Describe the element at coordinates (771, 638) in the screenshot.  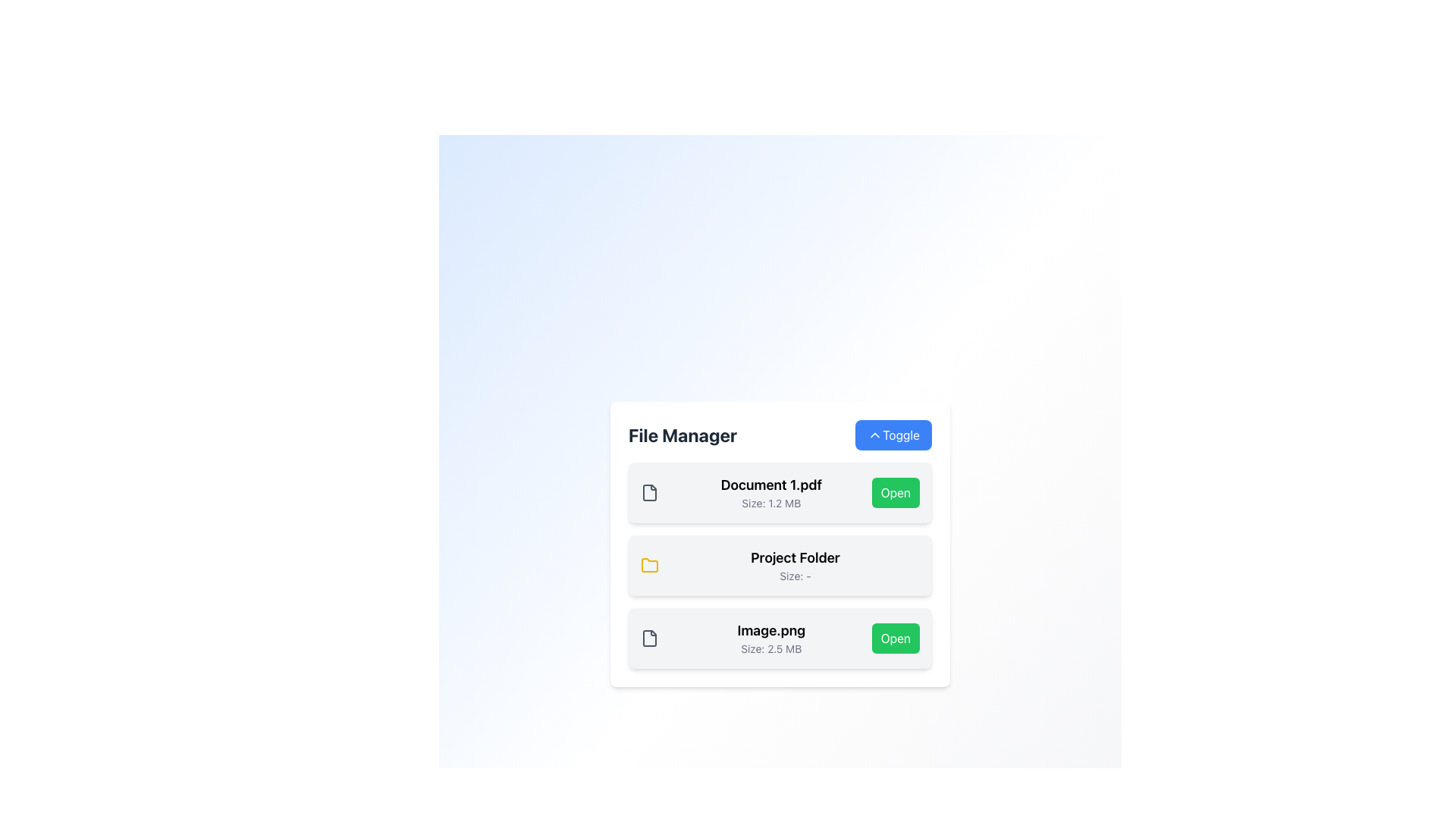
I see `the Text Display Block that shows the filename and file size of the listed file, located between an icon on the left and a green 'Open' button on the right` at that location.